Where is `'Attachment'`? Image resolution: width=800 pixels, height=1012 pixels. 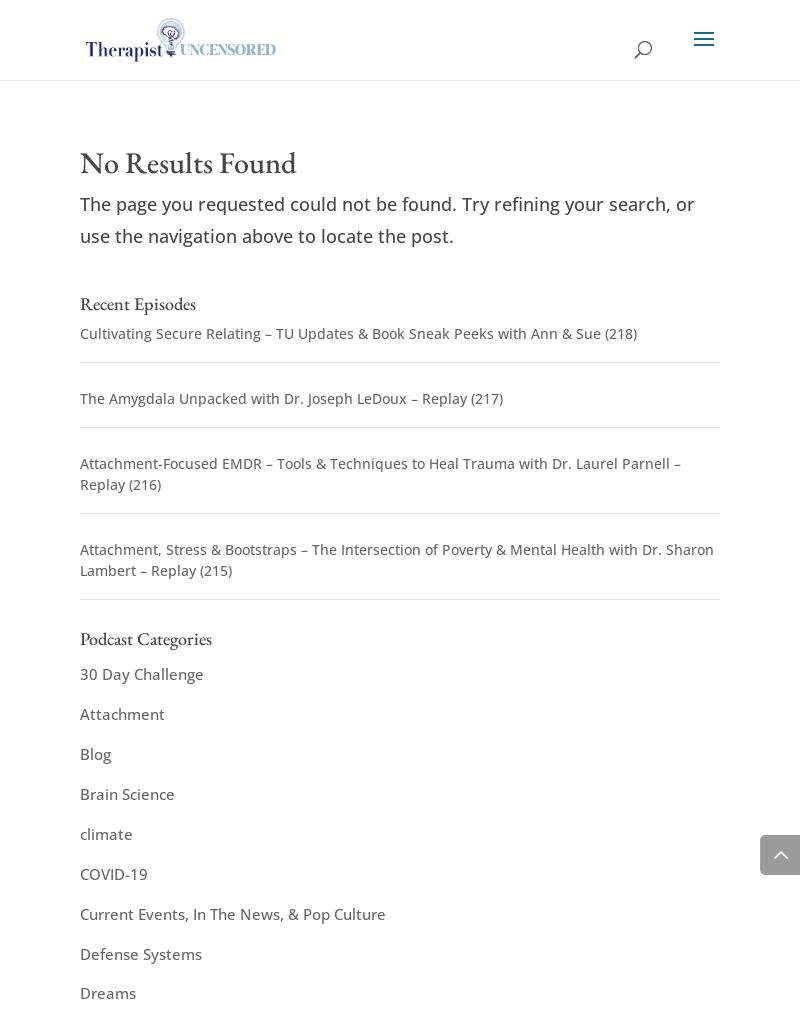
'Attachment' is located at coordinates (121, 713).